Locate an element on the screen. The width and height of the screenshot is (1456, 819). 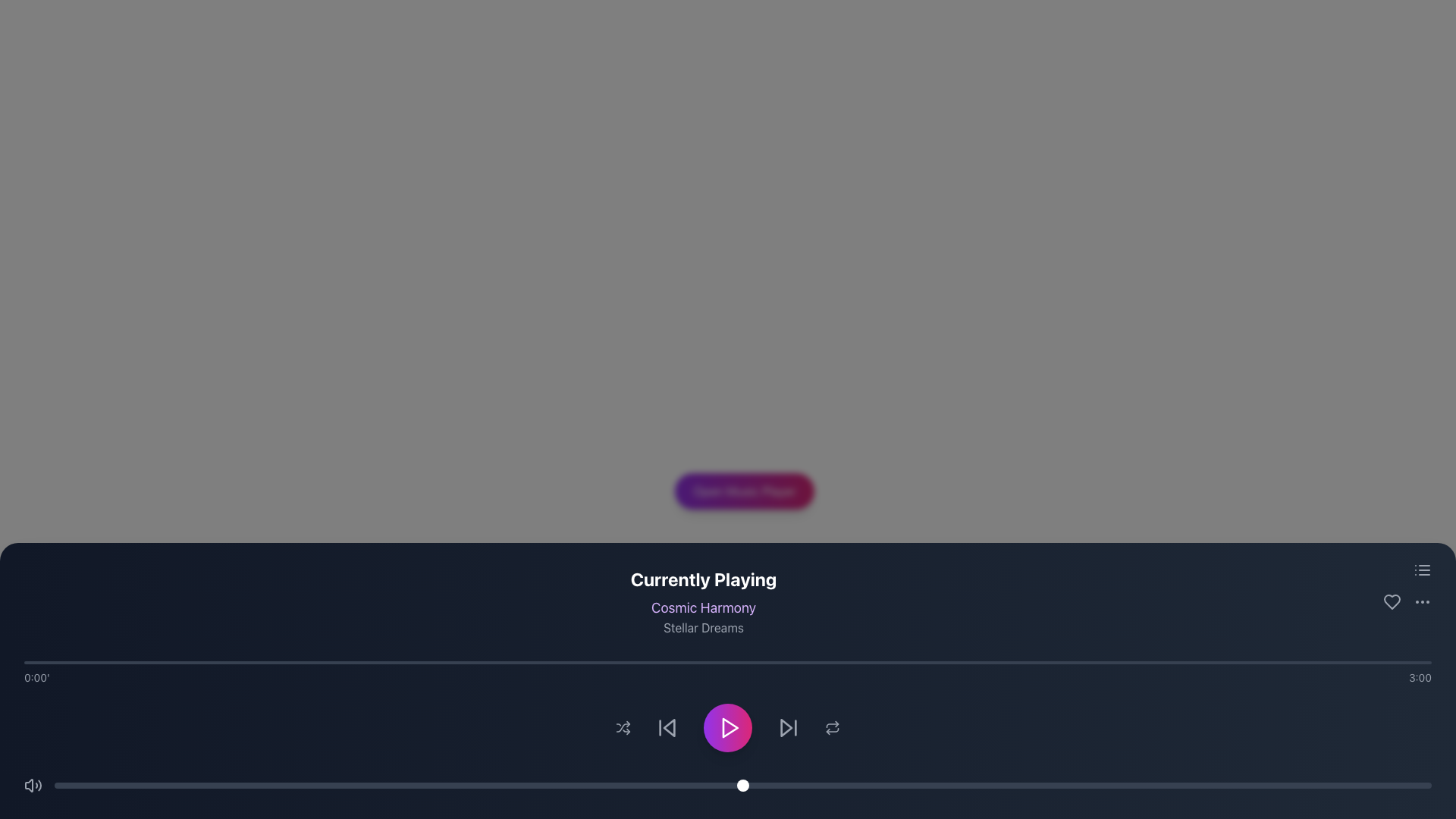
the progress indicator of the Linear Progress Bar located at the bottom section of the interface is located at coordinates (728, 662).